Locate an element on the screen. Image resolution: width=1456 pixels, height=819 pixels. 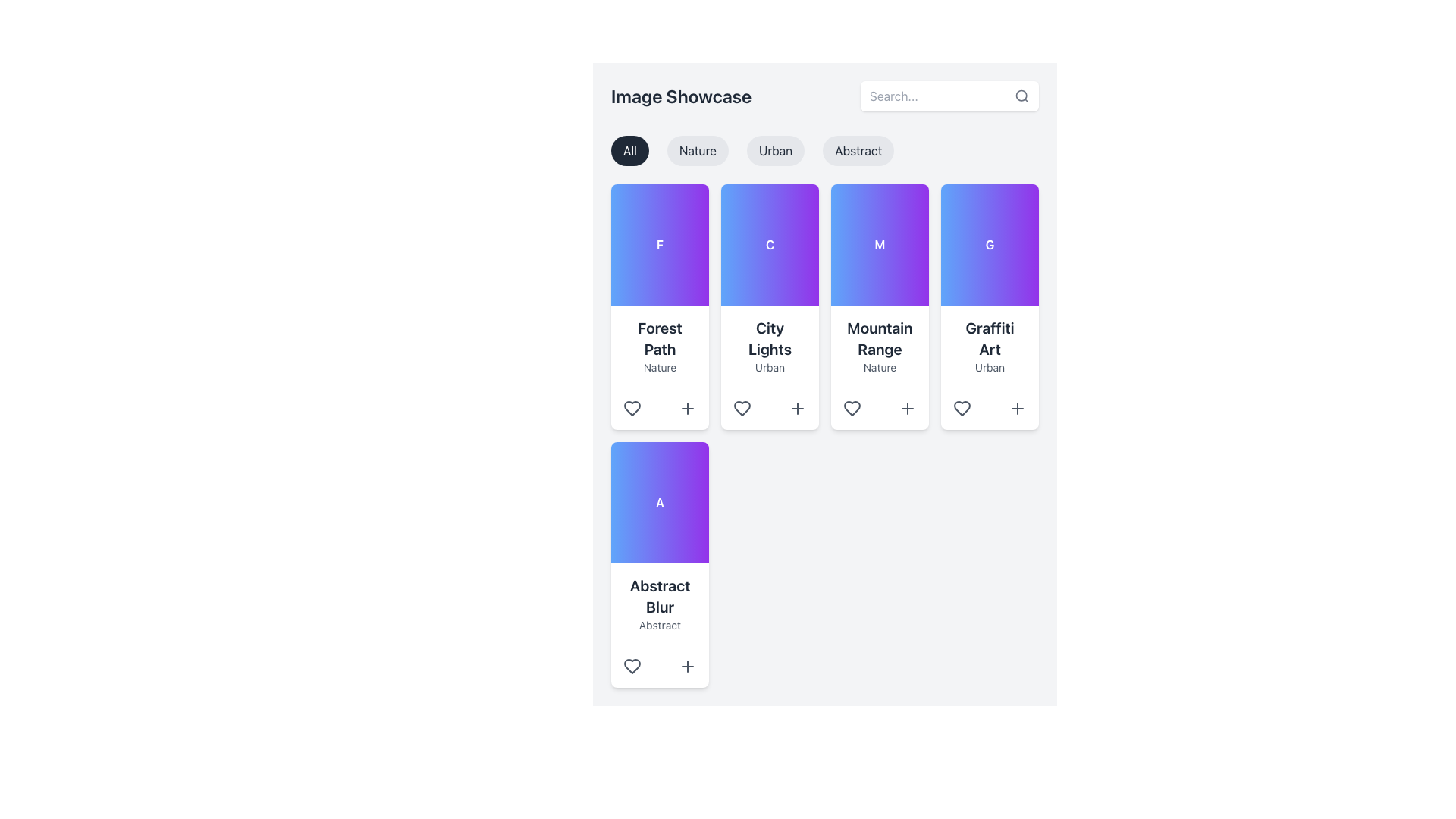
the decorative element containing a bold letter 'A' with a gradient background transitioning from blue to purple, located in the fifth column of a card layout, above the text 'Abstract Blur' and 'Abstract' is located at coordinates (660, 503).